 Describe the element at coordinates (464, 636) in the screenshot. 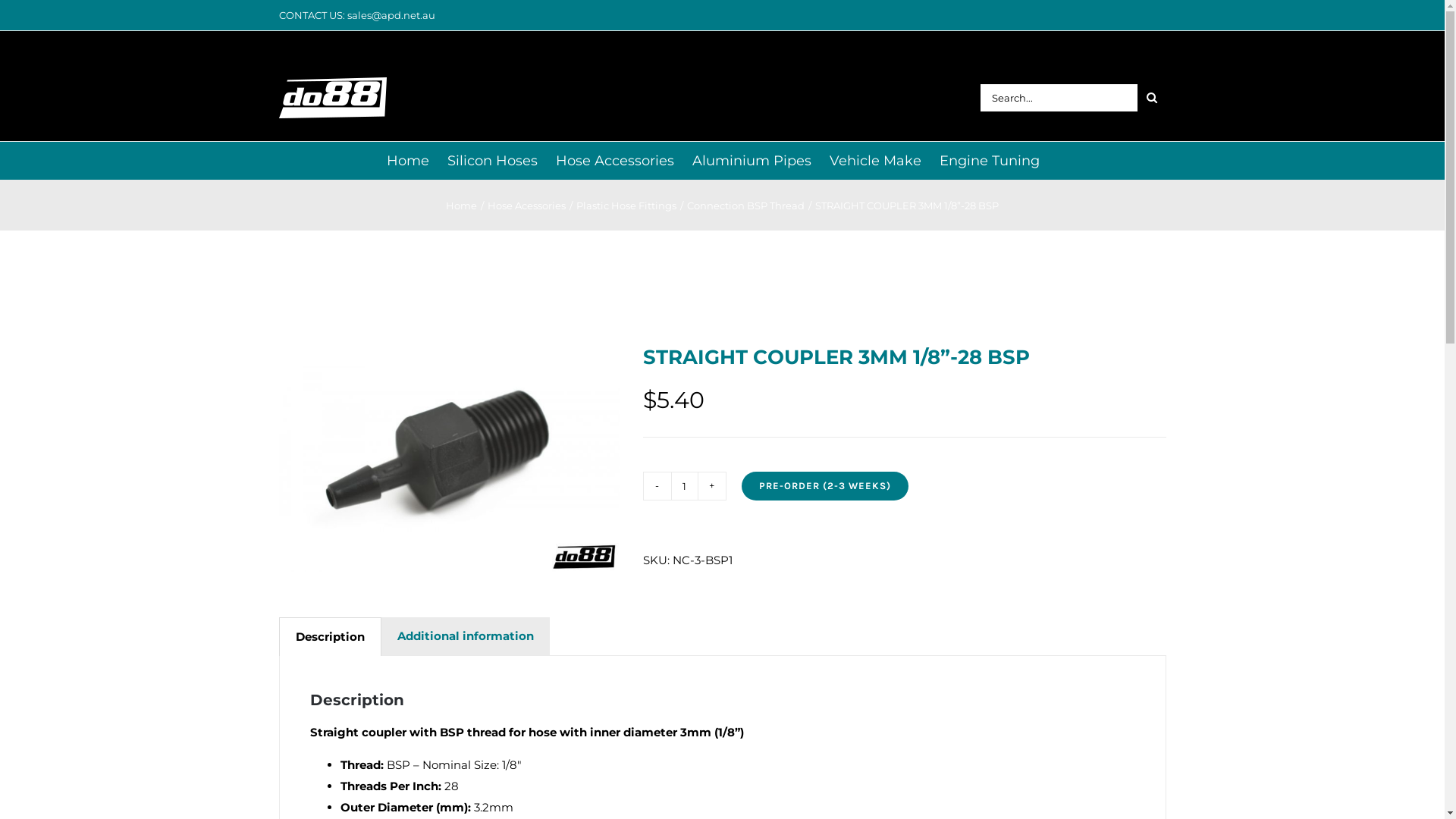

I see `'Additional information'` at that location.